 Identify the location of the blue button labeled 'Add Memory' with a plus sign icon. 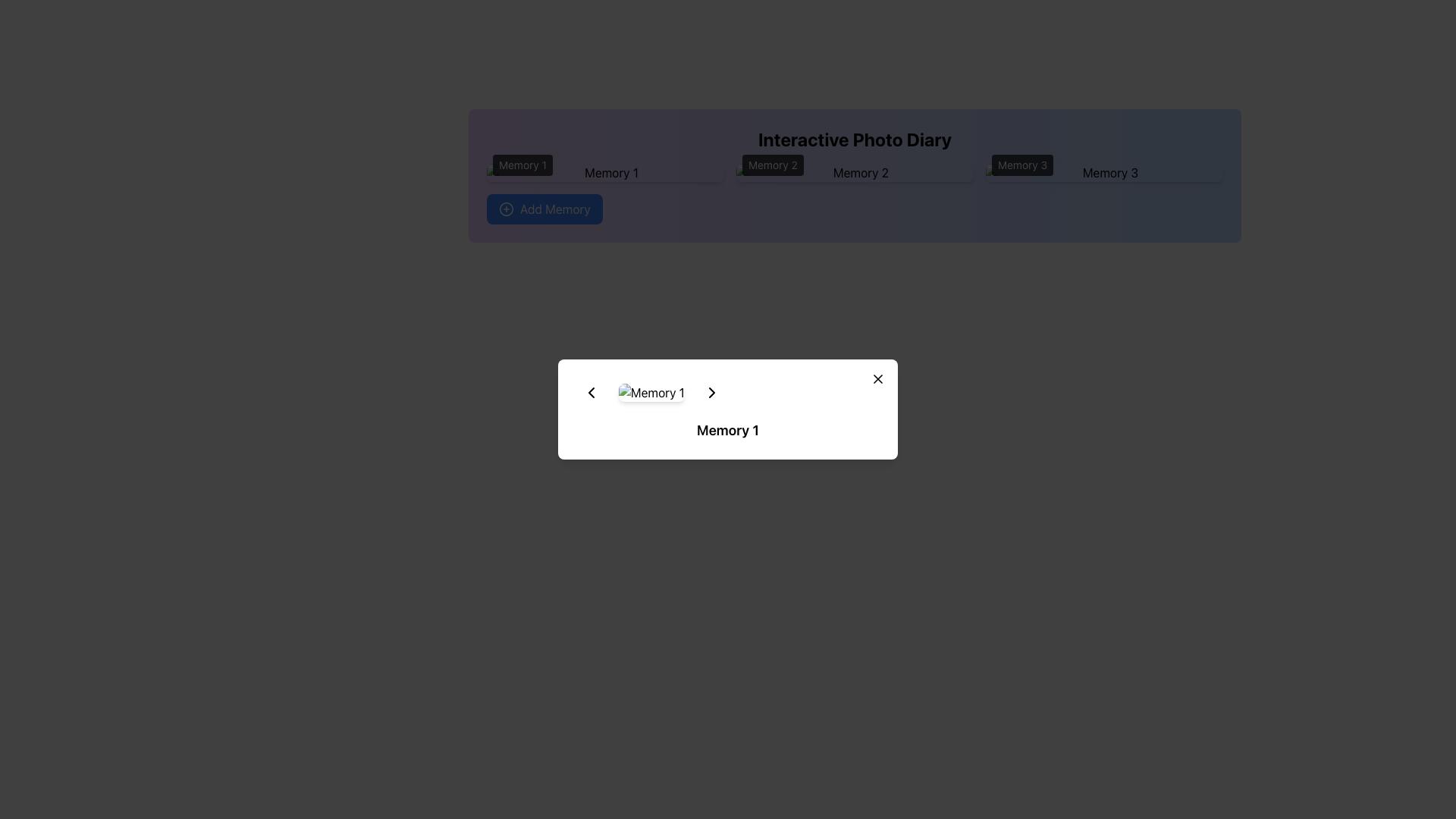
(544, 209).